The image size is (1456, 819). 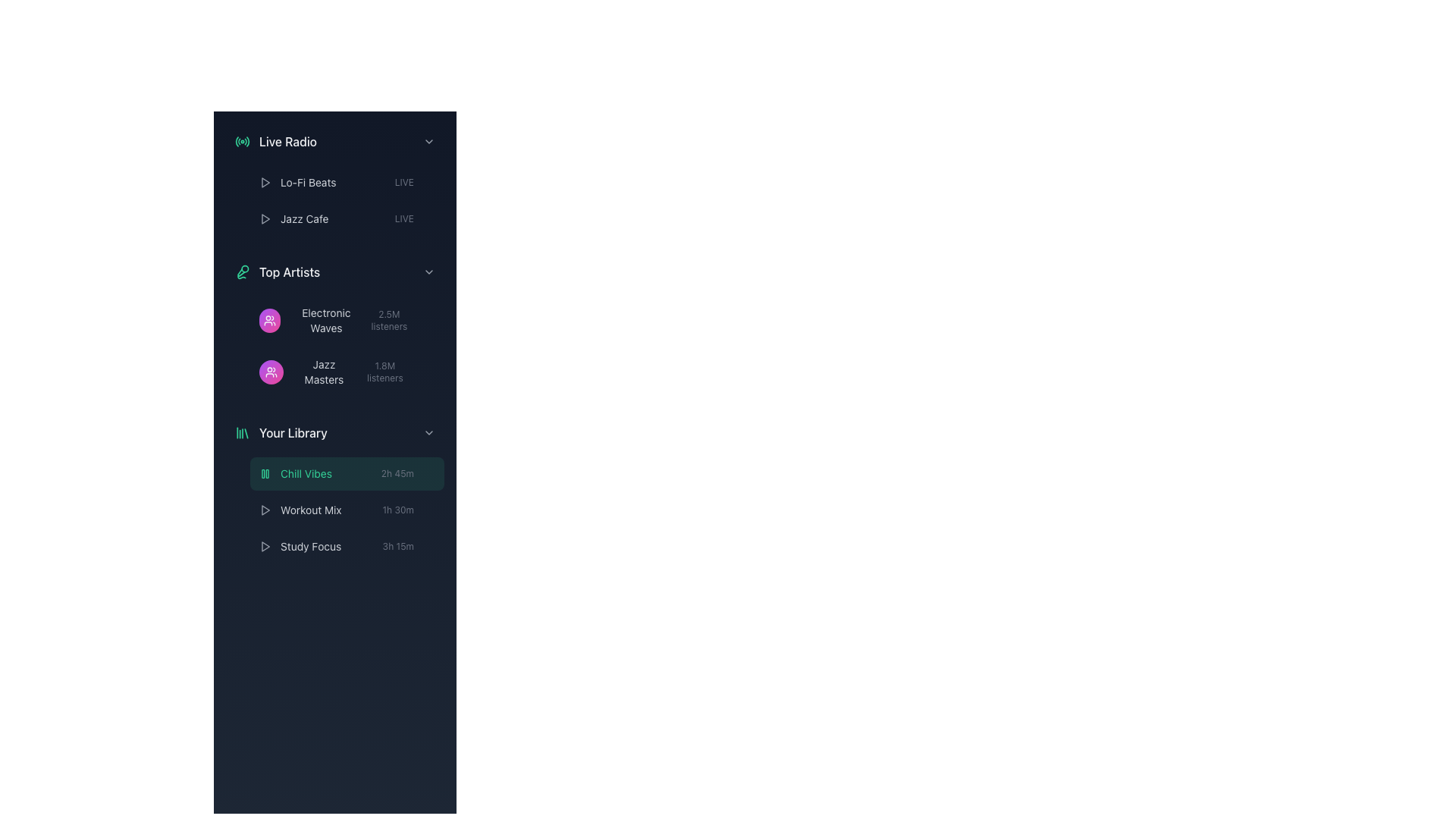 I want to click on the Chevron icon located at the far right of the 'Top Artists' section header, so click(x=428, y=271).